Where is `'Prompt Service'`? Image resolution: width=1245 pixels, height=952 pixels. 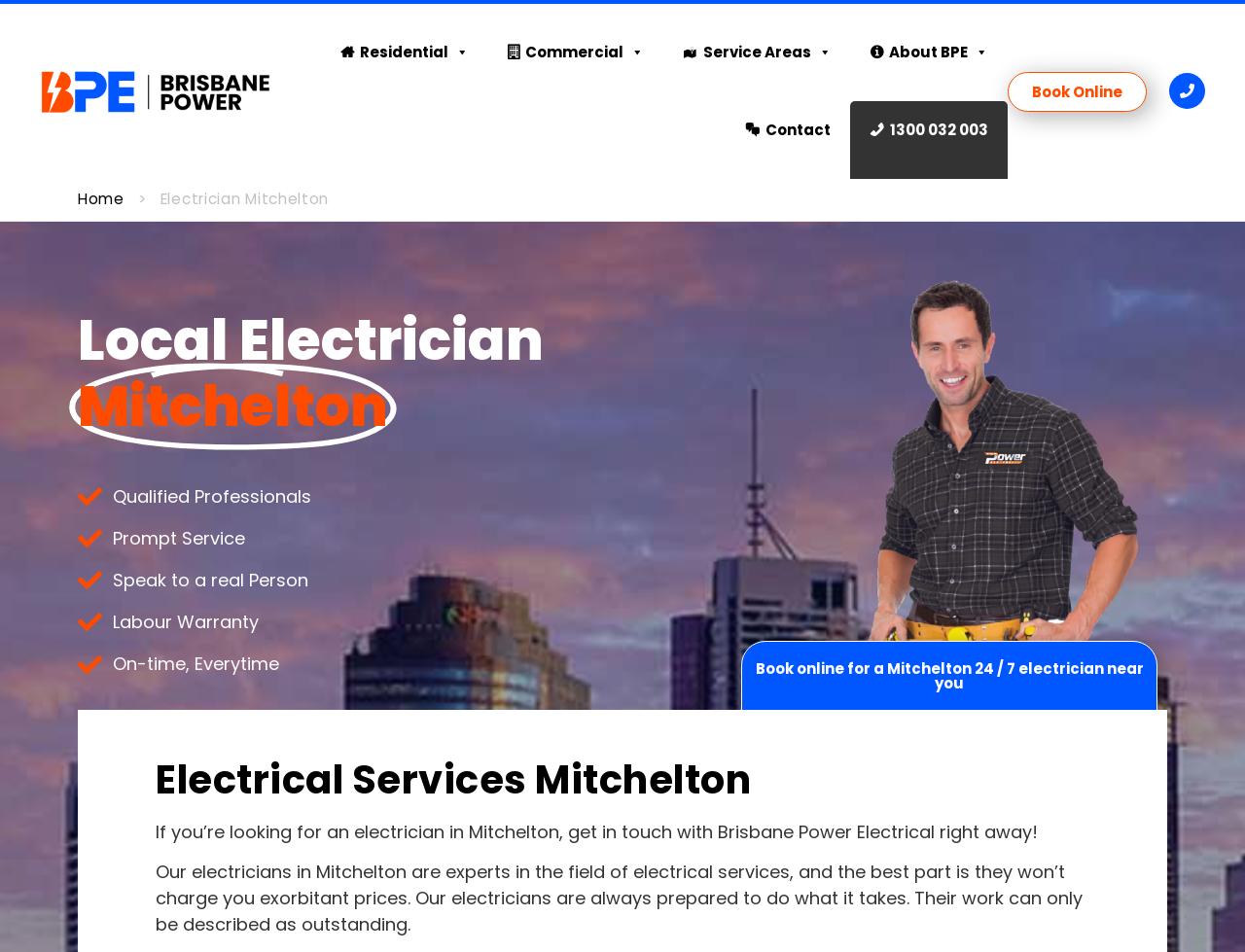 'Prompt Service' is located at coordinates (178, 536).